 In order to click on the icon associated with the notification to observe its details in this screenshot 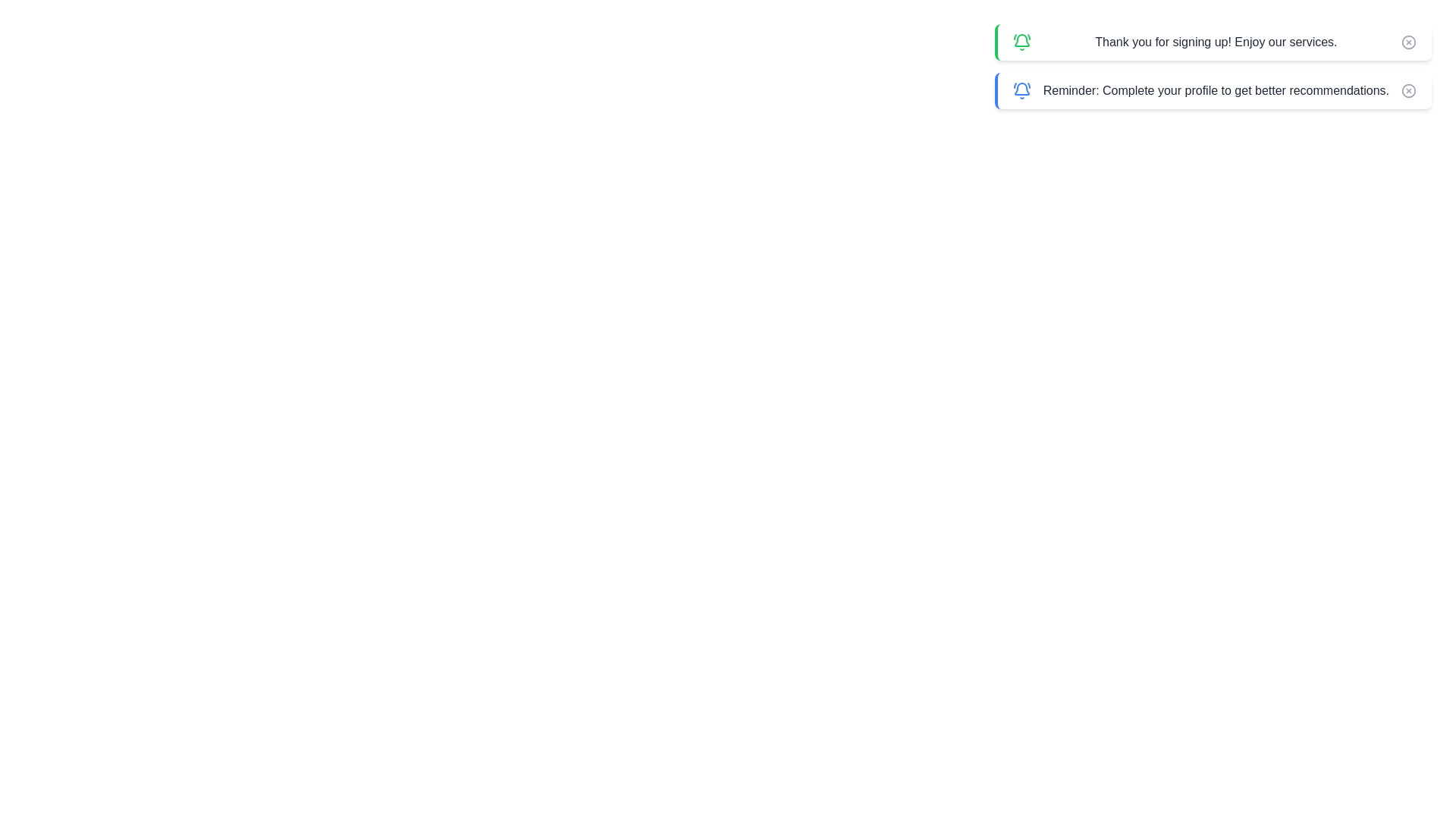, I will do `click(1021, 42)`.